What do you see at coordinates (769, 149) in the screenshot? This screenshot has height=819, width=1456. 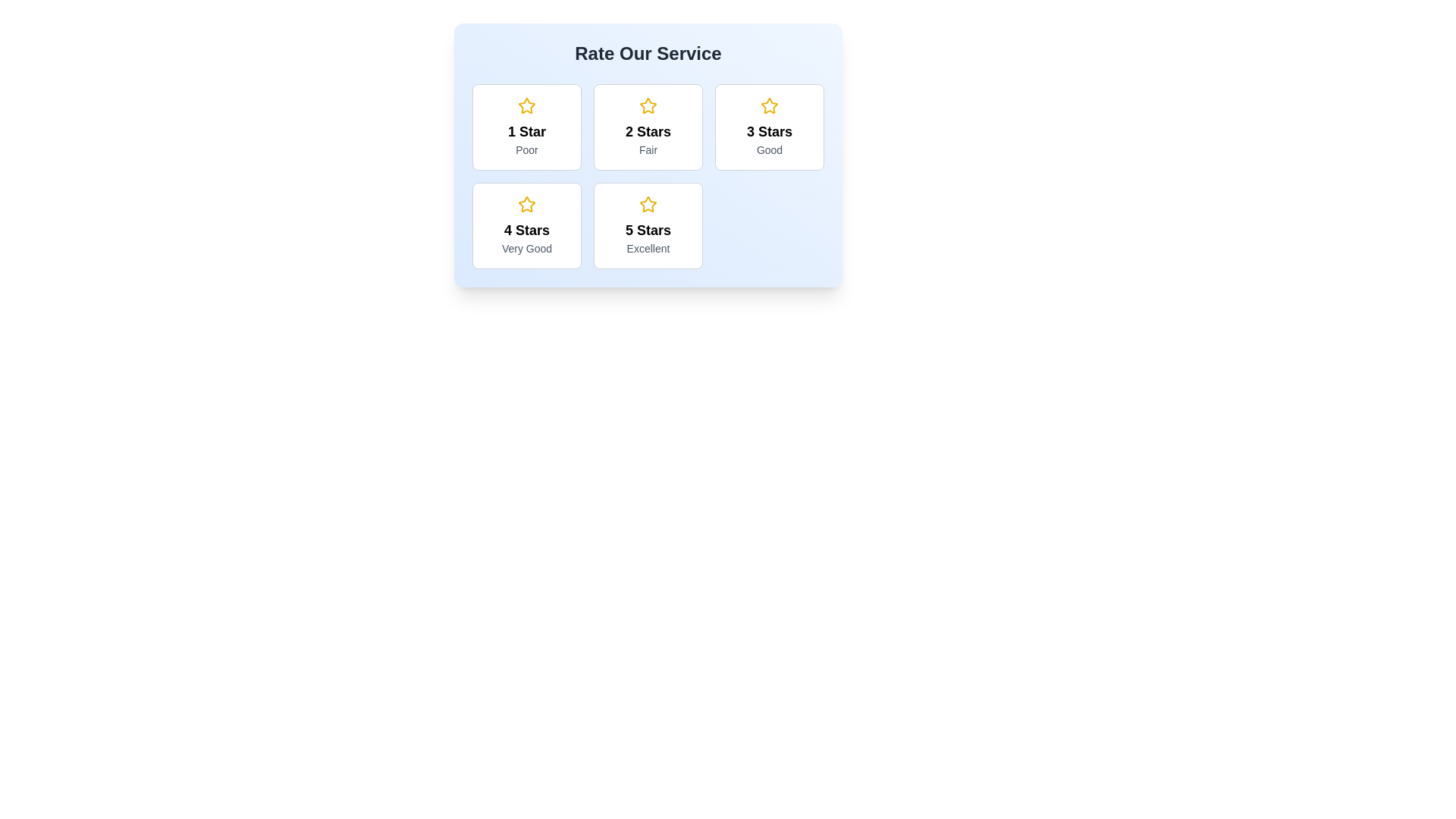 I see `the static text element displaying the word 'Good' located beneath the heading '3 Stars' in the rating section` at bounding box center [769, 149].